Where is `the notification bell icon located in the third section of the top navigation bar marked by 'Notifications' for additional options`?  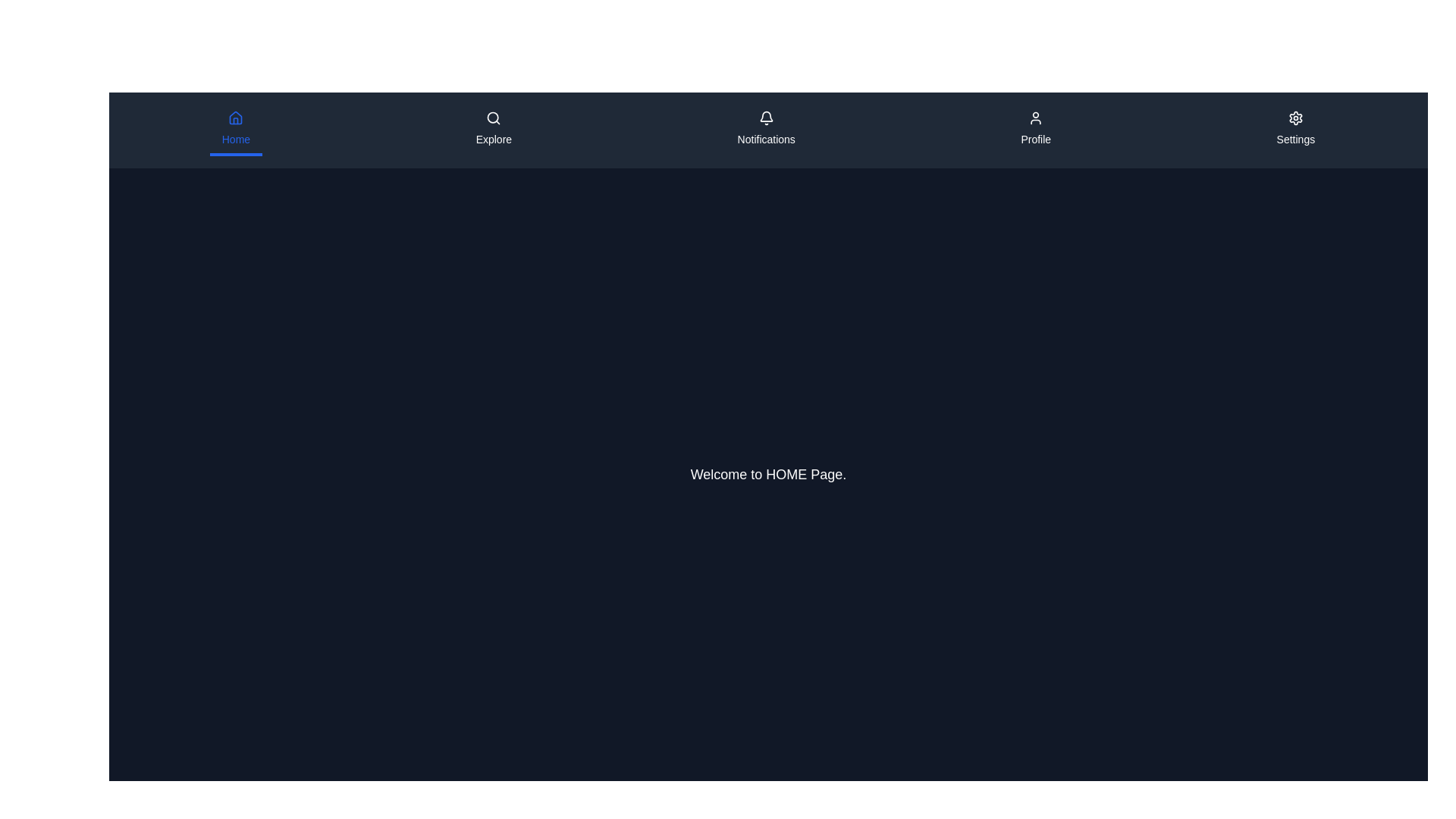
the notification bell icon located in the third section of the top navigation bar marked by 'Notifications' for additional options is located at coordinates (765, 117).